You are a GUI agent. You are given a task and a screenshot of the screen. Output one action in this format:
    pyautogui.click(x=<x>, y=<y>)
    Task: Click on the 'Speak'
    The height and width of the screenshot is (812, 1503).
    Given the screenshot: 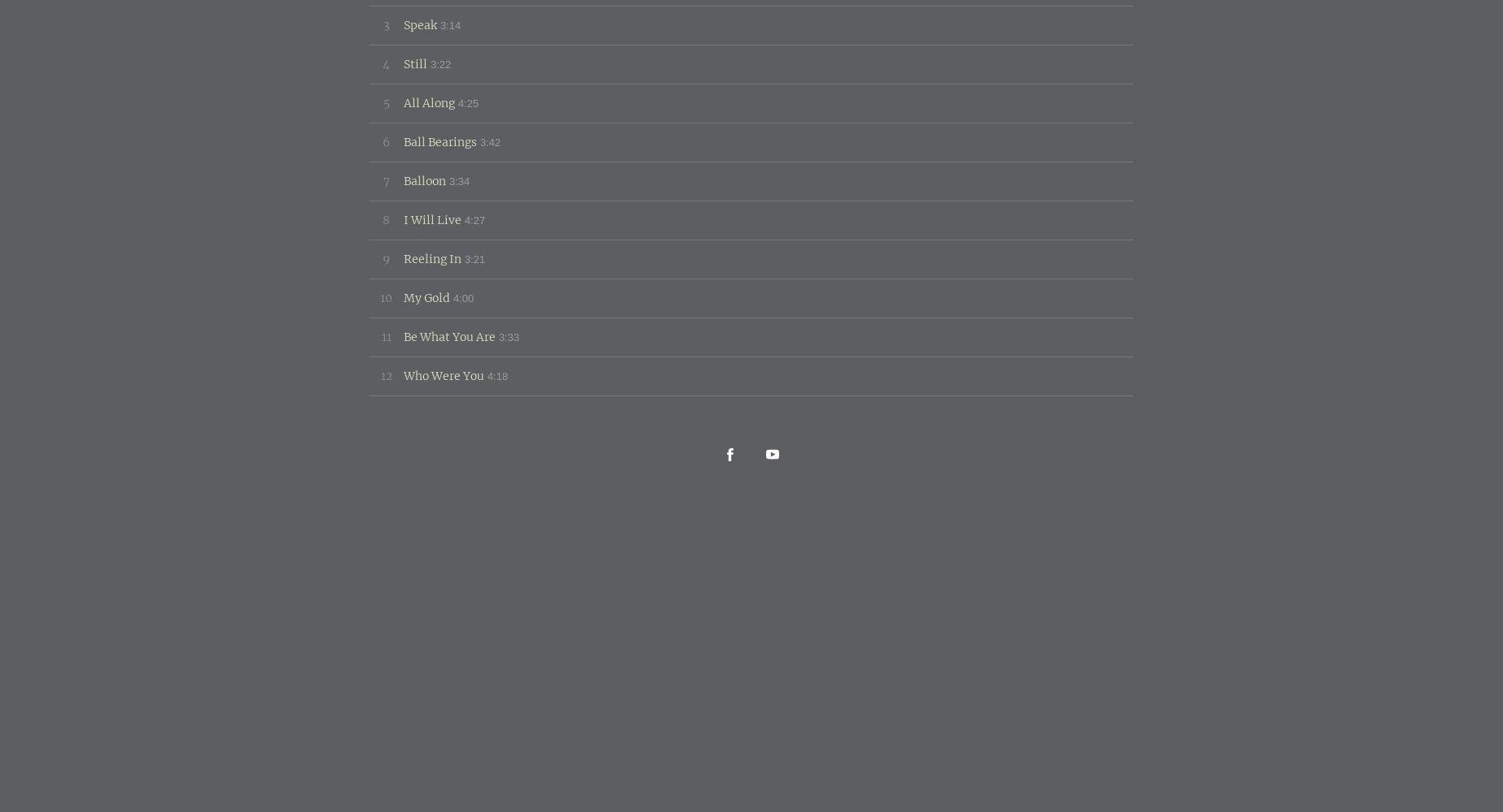 What is the action you would take?
    pyautogui.click(x=420, y=24)
    